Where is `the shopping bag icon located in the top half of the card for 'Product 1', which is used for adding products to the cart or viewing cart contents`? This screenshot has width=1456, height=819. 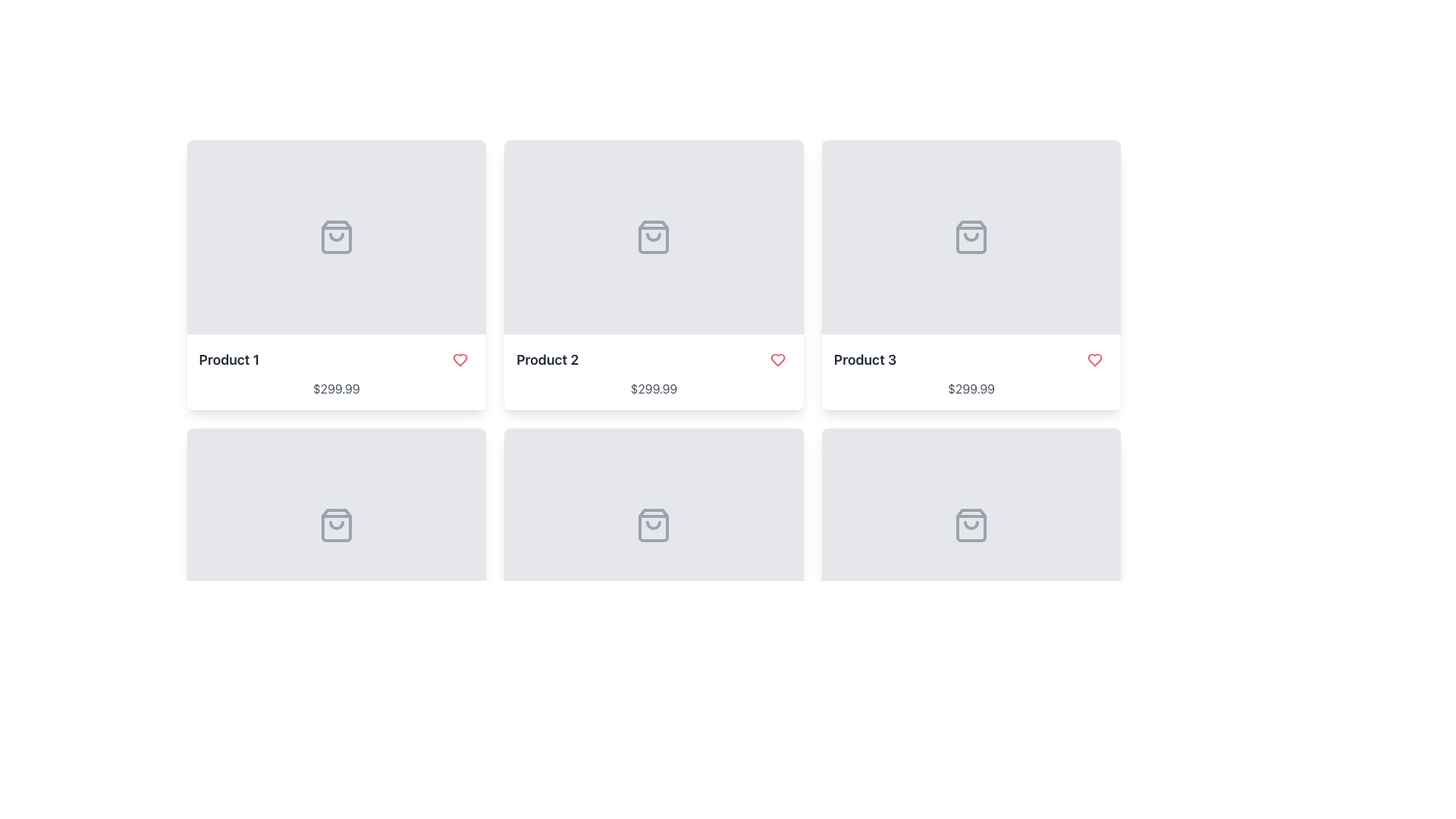 the shopping bag icon located in the top half of the card for 'Product 1', which is used for adding products to the cart or viewing cart contents is located at coordinates (335, 237).